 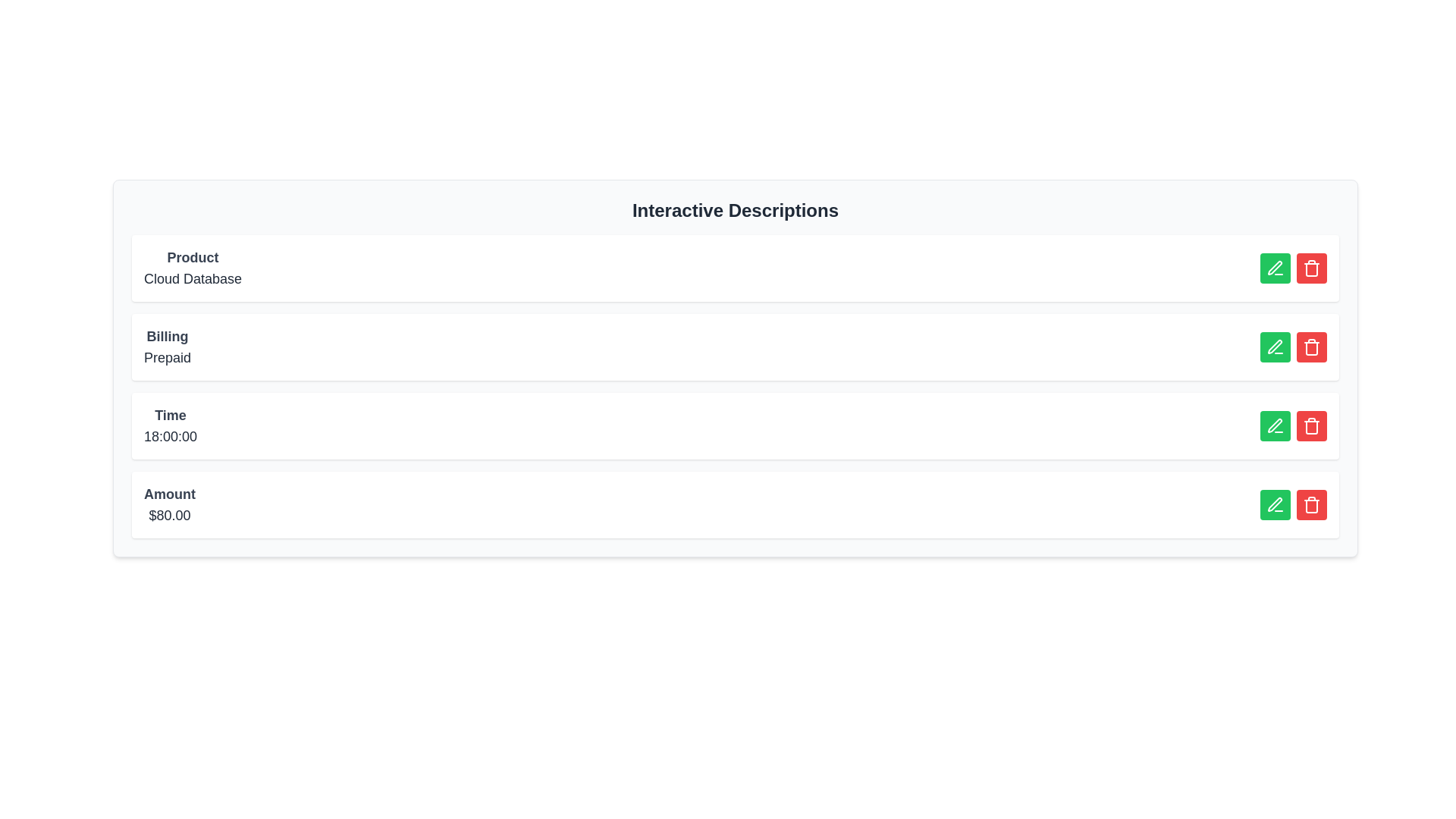 I want to click on the edit icon button located to the right of the 'Amount: $80.00' row to trigger the tooltip or highlight effect, so click(x=1274, y=505).